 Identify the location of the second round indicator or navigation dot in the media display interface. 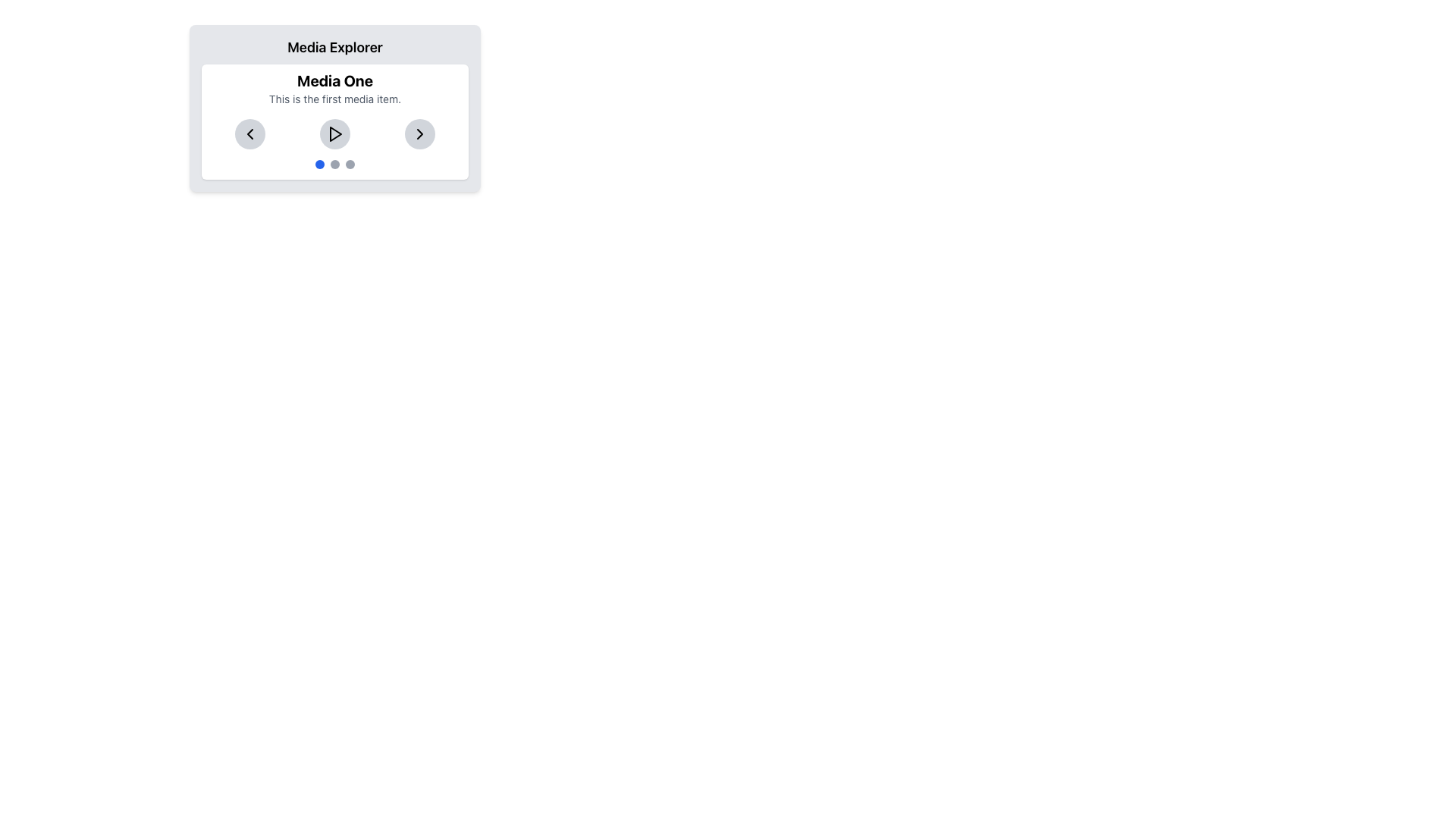
(334, 164).